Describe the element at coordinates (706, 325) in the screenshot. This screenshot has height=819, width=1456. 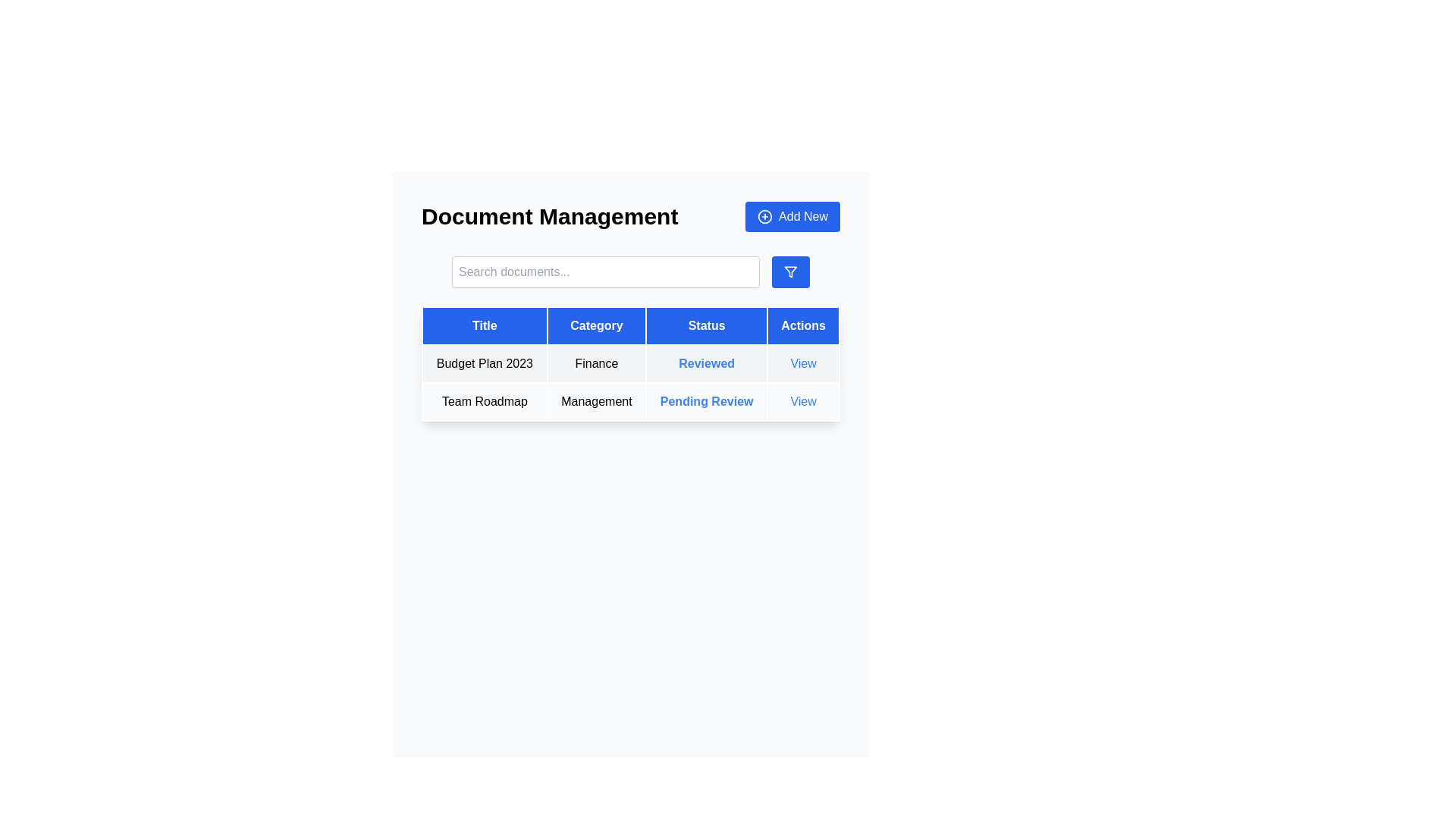
I see `the static text label indicating 'Status', which is the third box in a row of four headers in the table, located below the search bar` at that location.